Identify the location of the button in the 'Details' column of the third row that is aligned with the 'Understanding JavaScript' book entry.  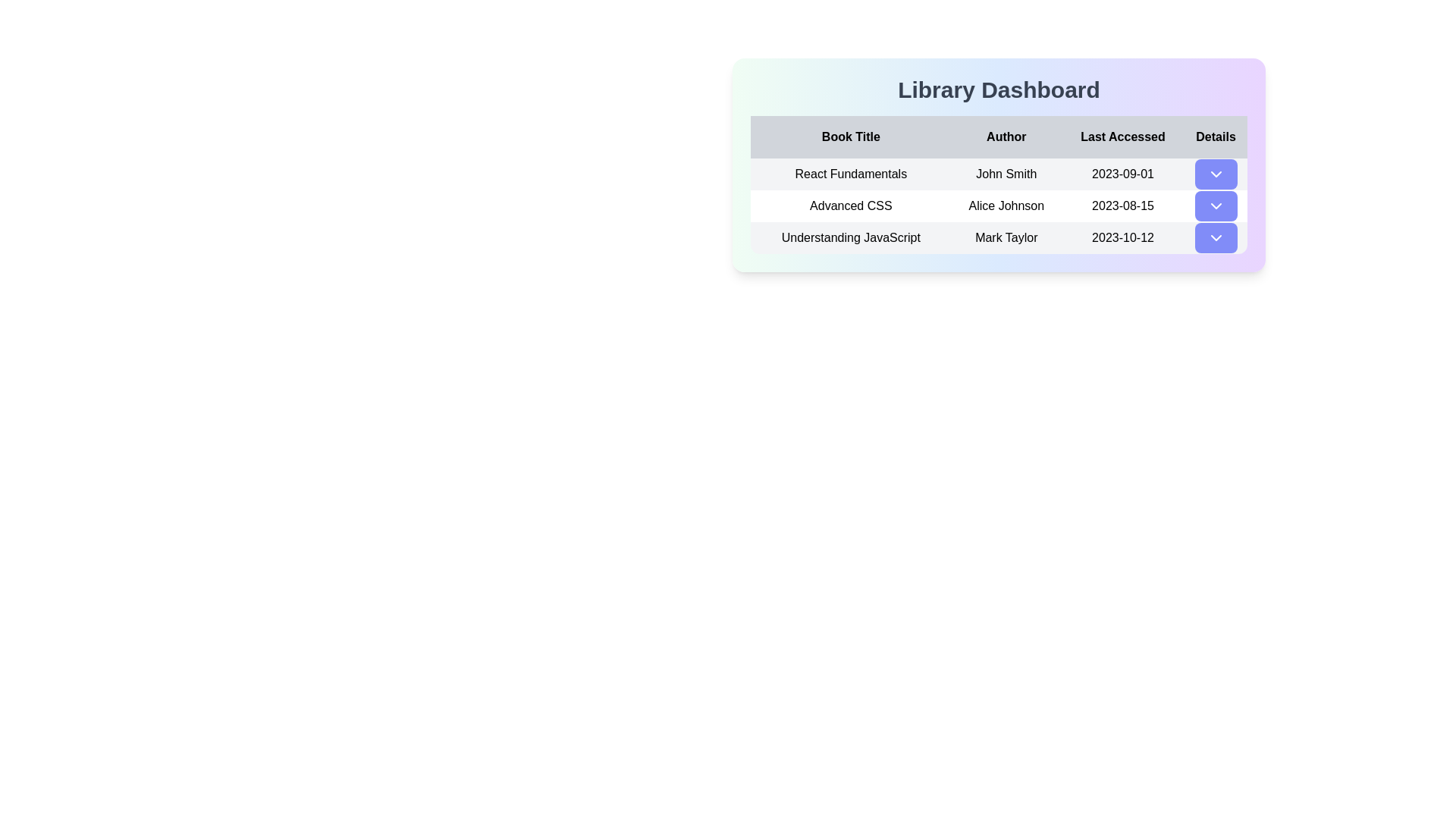
(1216, 237).